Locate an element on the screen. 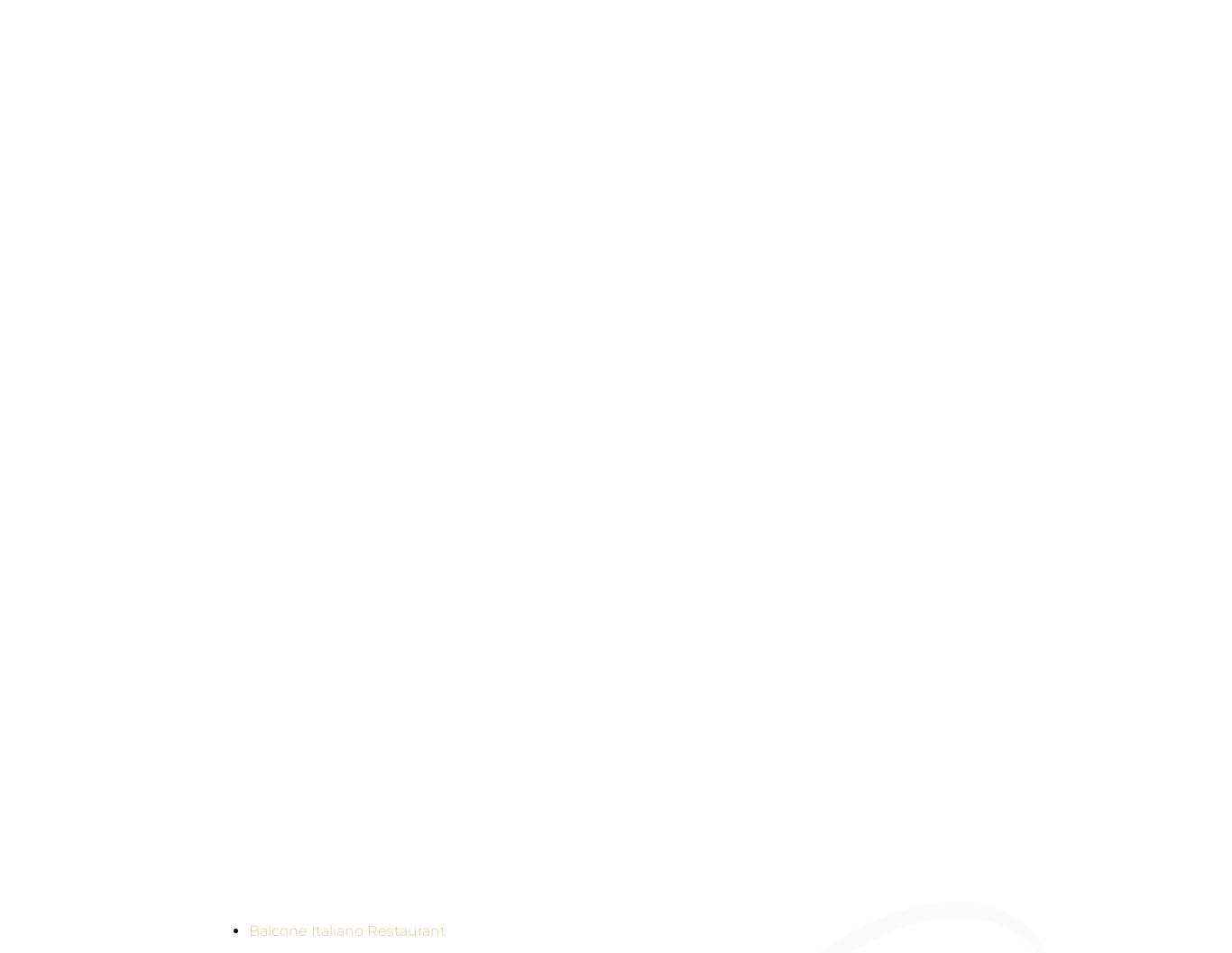 The height and width of the screenshot is (953, 1232). 'BOOK NOW' is located at coordinates (1217, 110).